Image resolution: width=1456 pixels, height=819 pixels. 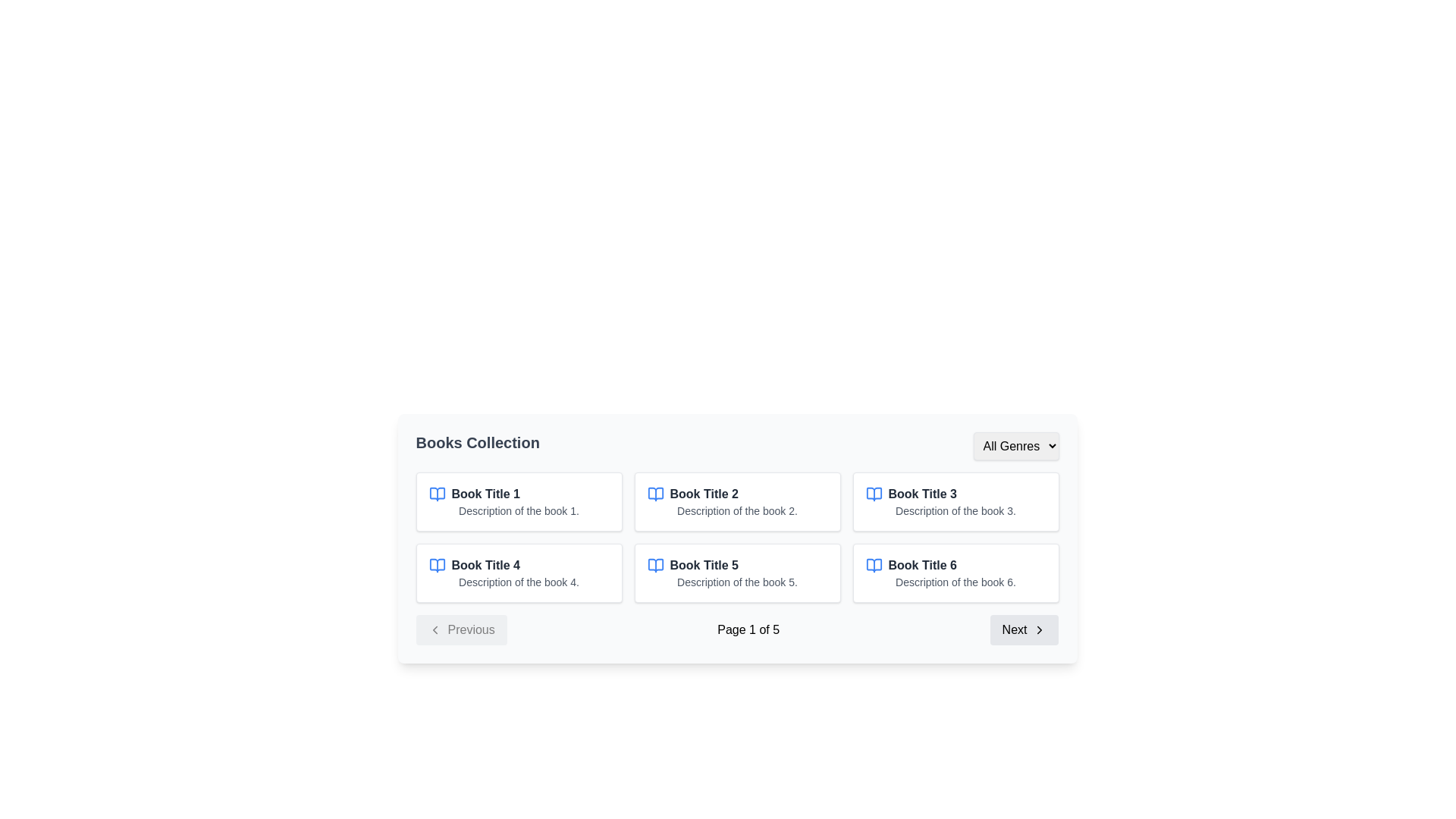 I want to click on the second card in the grid layout that displays the title and description of a book, positioned between 'Book Title 1' and 'Book Title 3', so click(x=737, y=502).